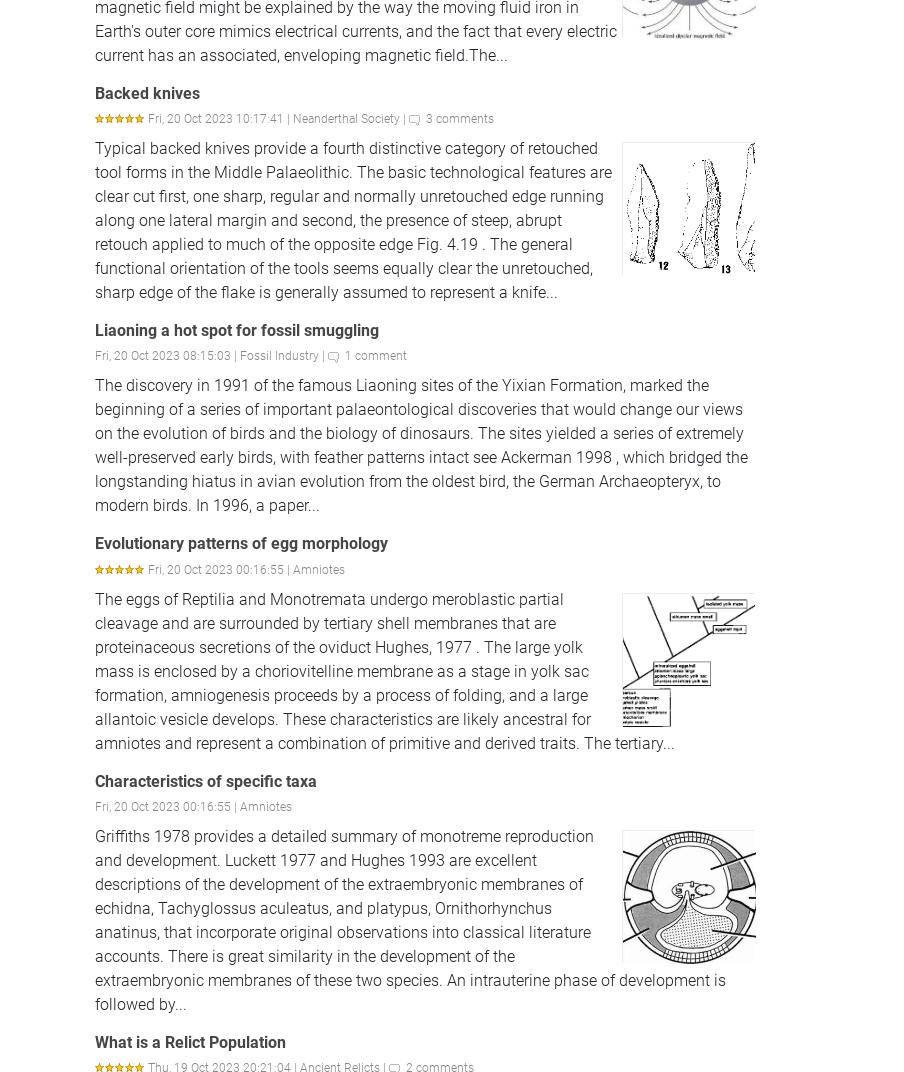 This screenshot has height=1072, width=904. I want to click on 'Characteristics of specific taxa', so click(206, 780).